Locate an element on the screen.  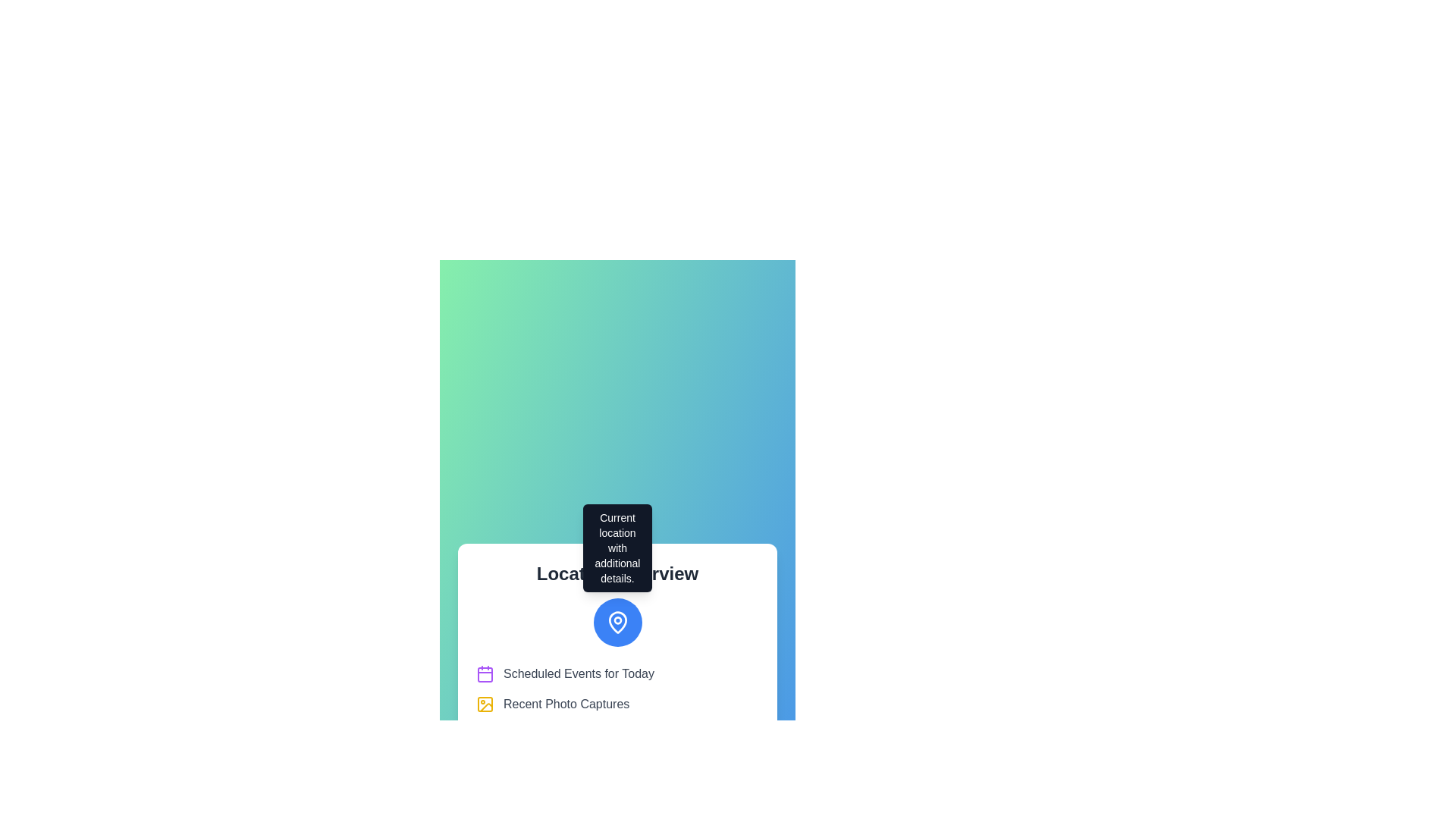
the informative label indicating features related is located at coordinates (617, 704).